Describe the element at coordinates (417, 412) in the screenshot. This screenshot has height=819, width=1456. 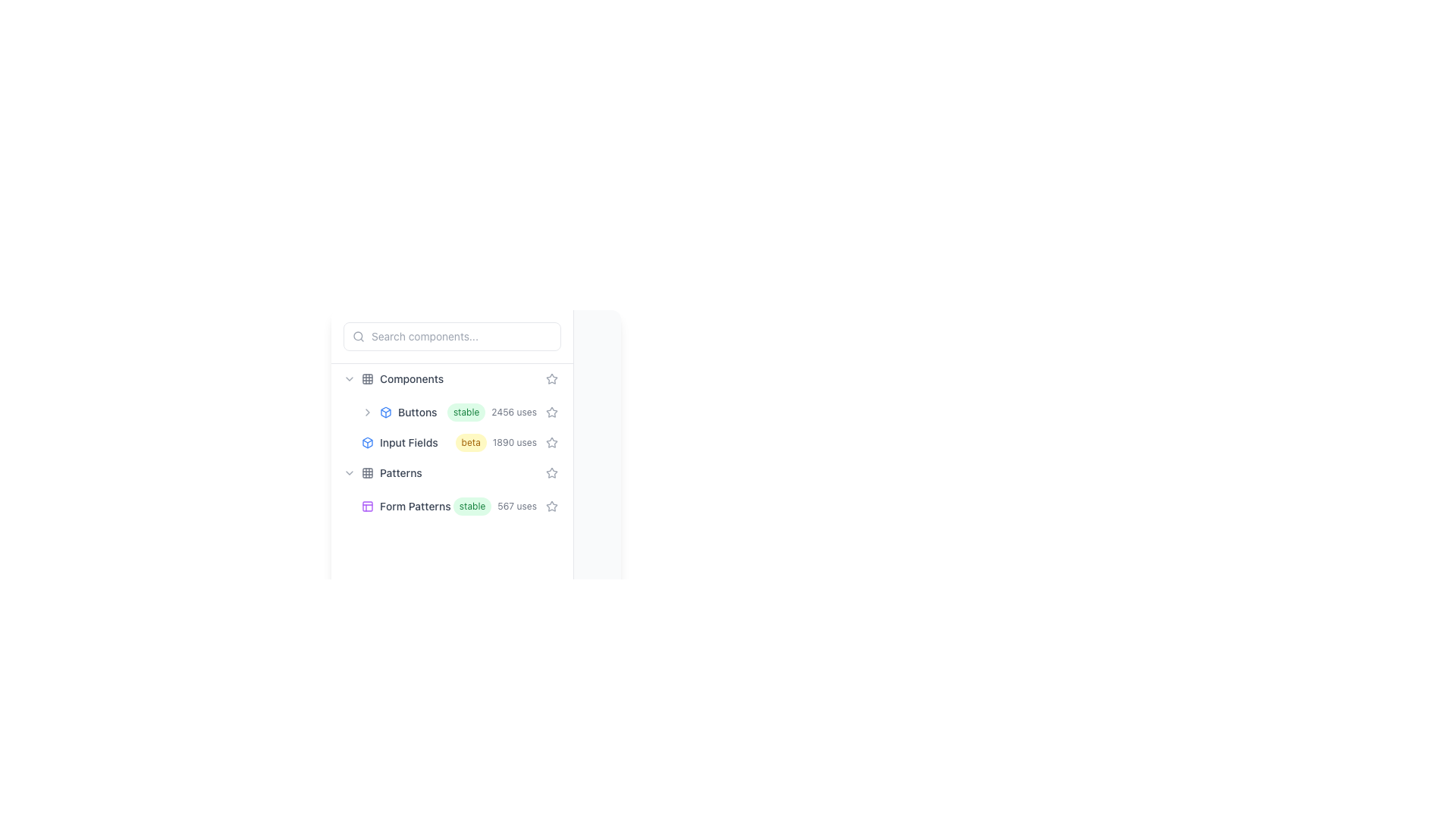
I see `the 'Buttons' text label under the 'Components' section, which identifies the category of related elements` at that location.